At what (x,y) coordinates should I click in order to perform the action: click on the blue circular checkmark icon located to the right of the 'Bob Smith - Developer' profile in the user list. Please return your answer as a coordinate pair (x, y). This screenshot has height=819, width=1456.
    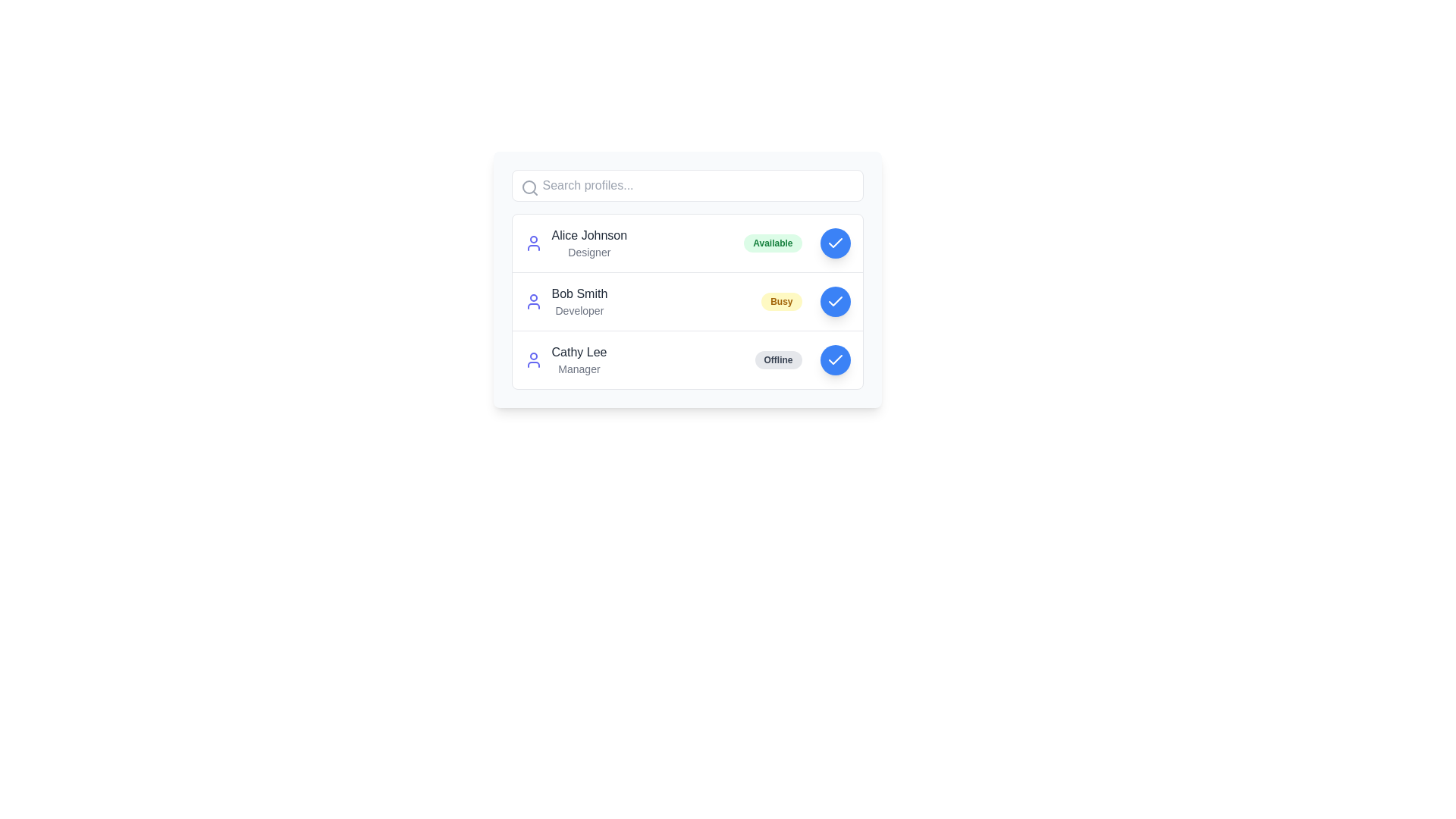
    Looking at the image, I should click on (834, 301).